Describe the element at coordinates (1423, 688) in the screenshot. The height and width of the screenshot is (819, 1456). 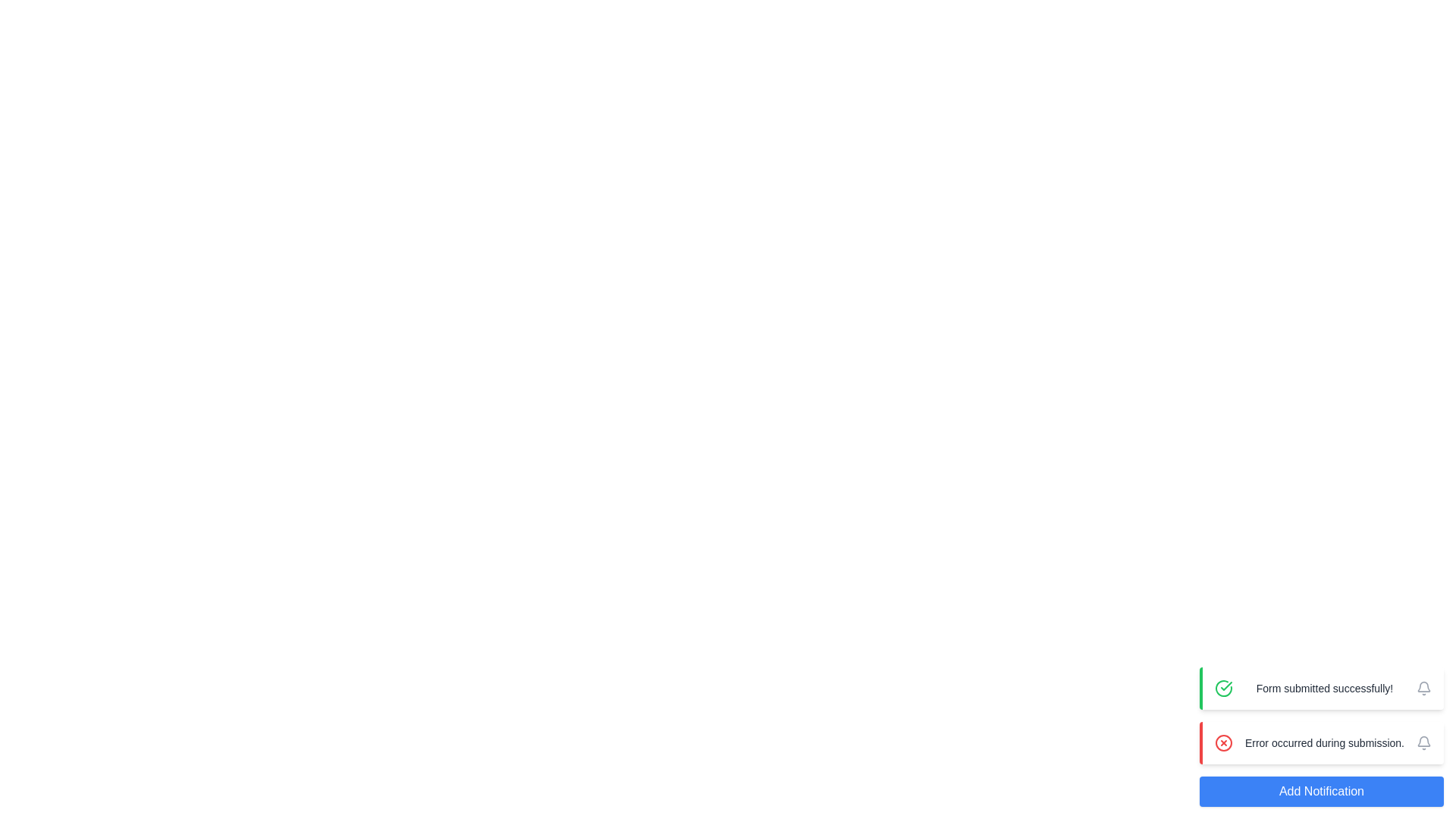
I see `close button (bell icon) of the notification to dismiss it` at that location.